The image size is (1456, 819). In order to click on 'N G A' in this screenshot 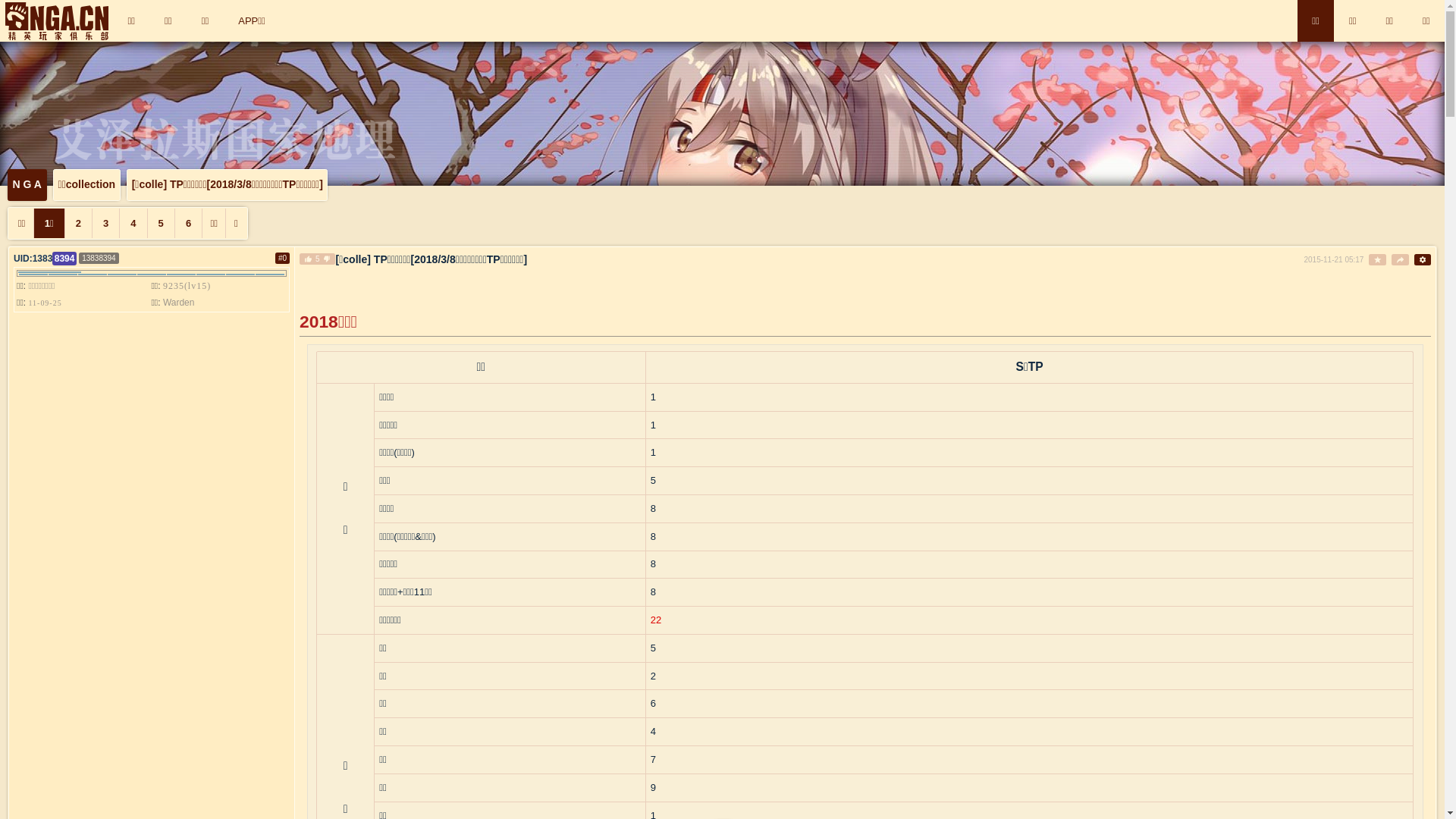, I will do `click(27, 184)`.